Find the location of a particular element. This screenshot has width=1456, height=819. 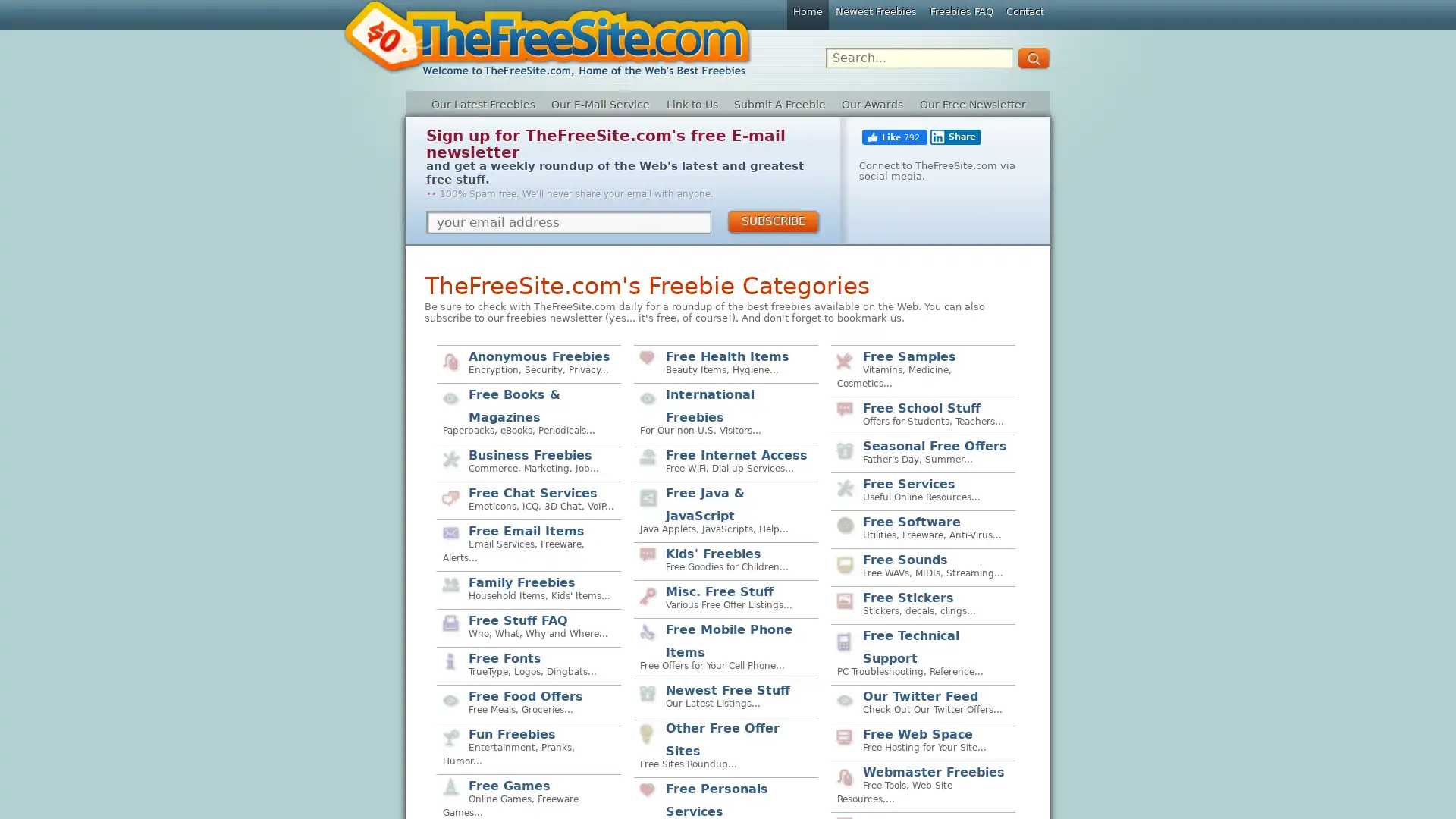

GO is located at coordinates (1033, 57).